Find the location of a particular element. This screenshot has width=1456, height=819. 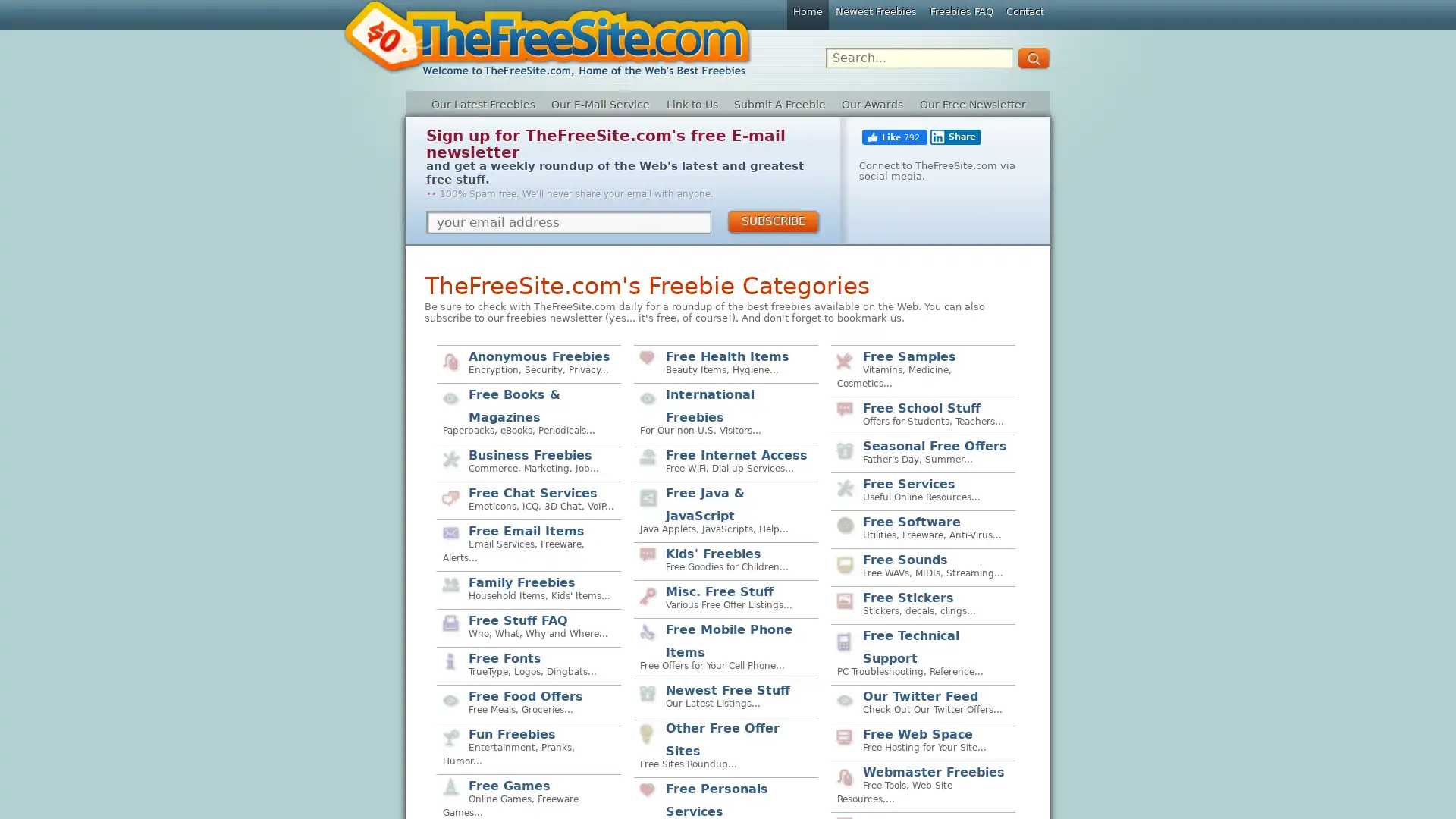

GO is located at coordinates (1033, 57).